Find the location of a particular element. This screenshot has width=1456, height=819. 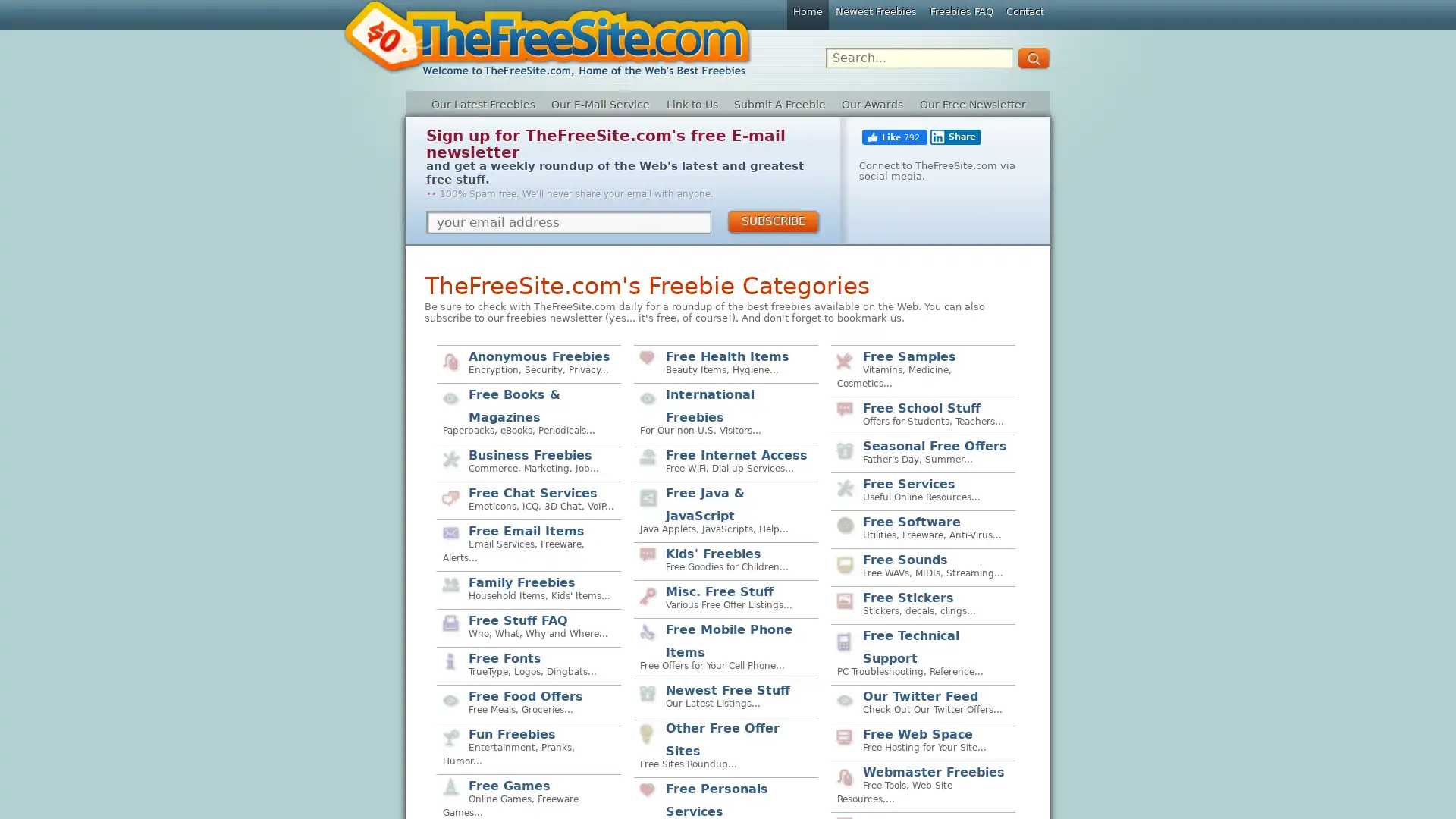

GO is located at coordinates (1033, 57).